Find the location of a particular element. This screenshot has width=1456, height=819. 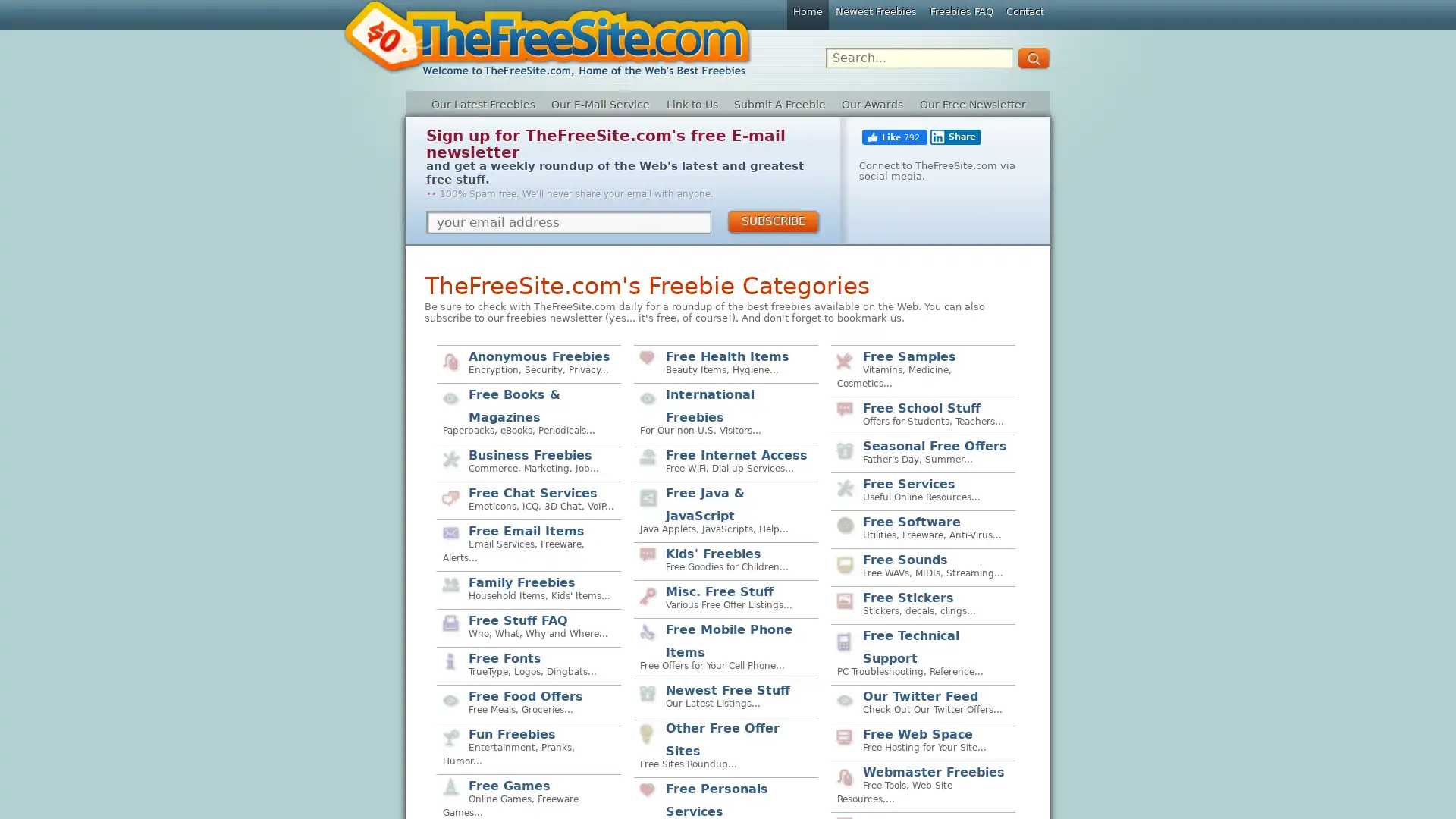

GO is located at coordinates (1033, 57).